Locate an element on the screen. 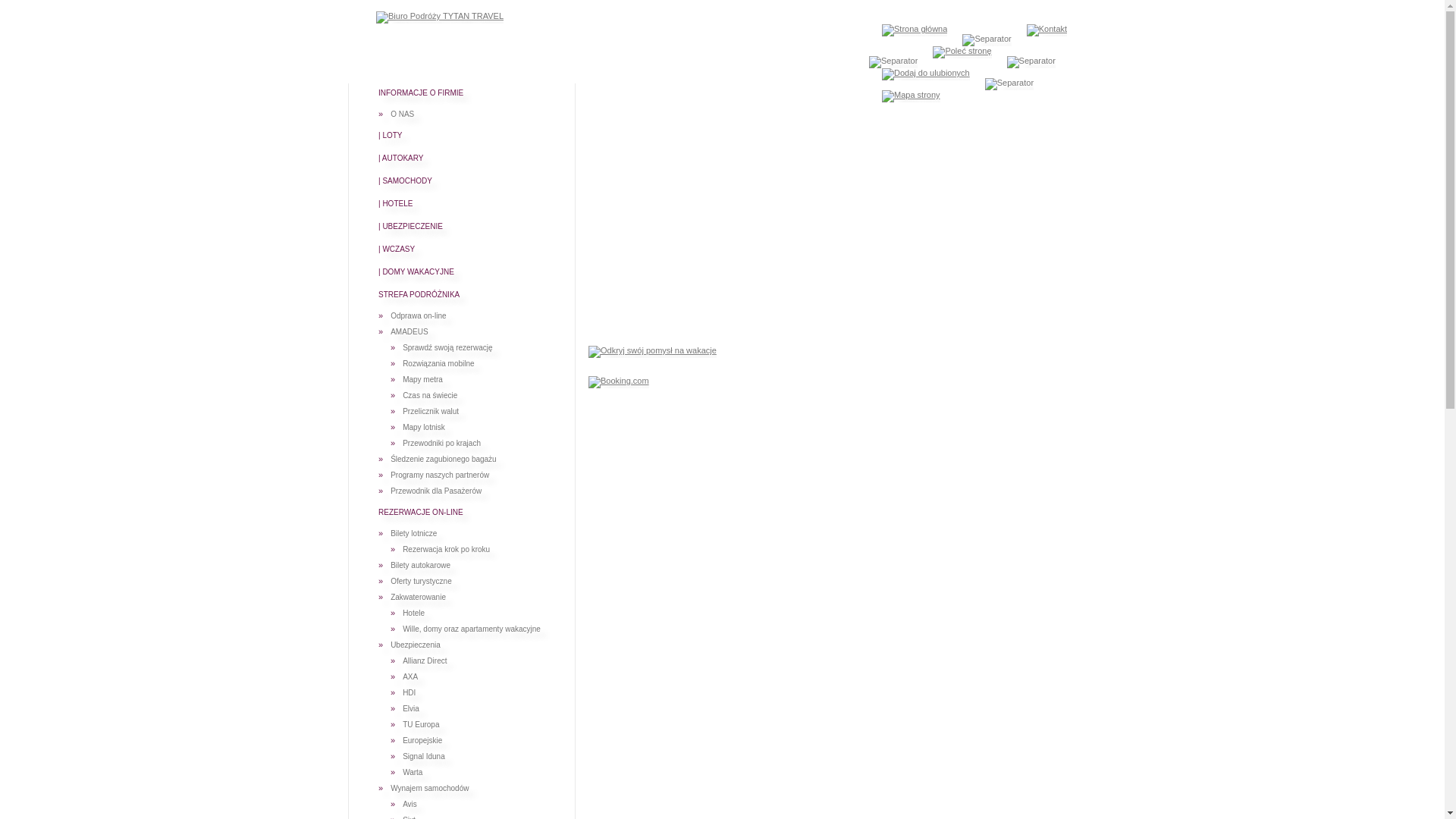  'AMADEUS' is located at coordinates (409, 331).